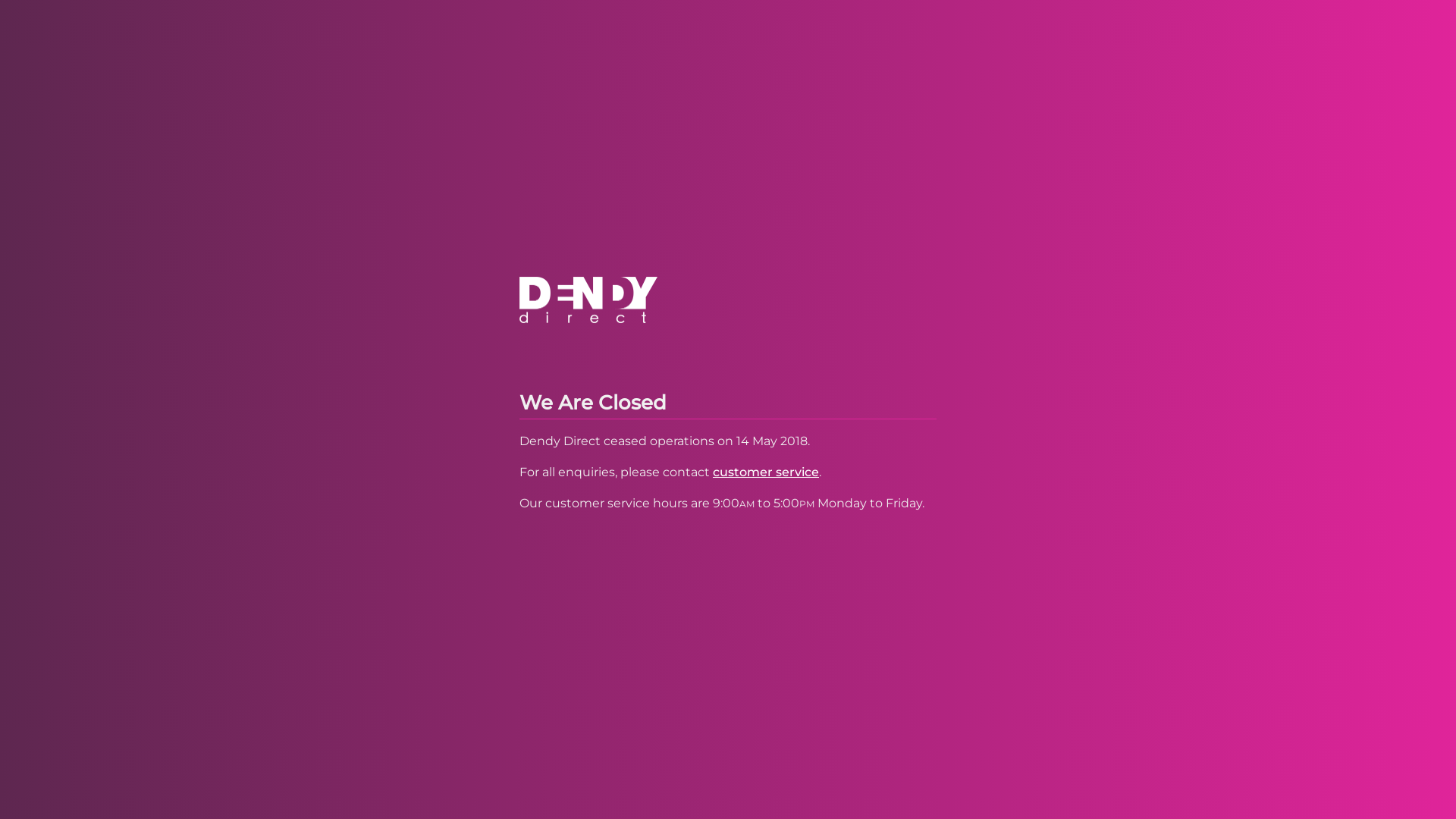 The image size is (1456, 819). What do you see at coordinates (765, 471) in the screenshot?
I see `'customer service'` at bounding box center [765, 471].